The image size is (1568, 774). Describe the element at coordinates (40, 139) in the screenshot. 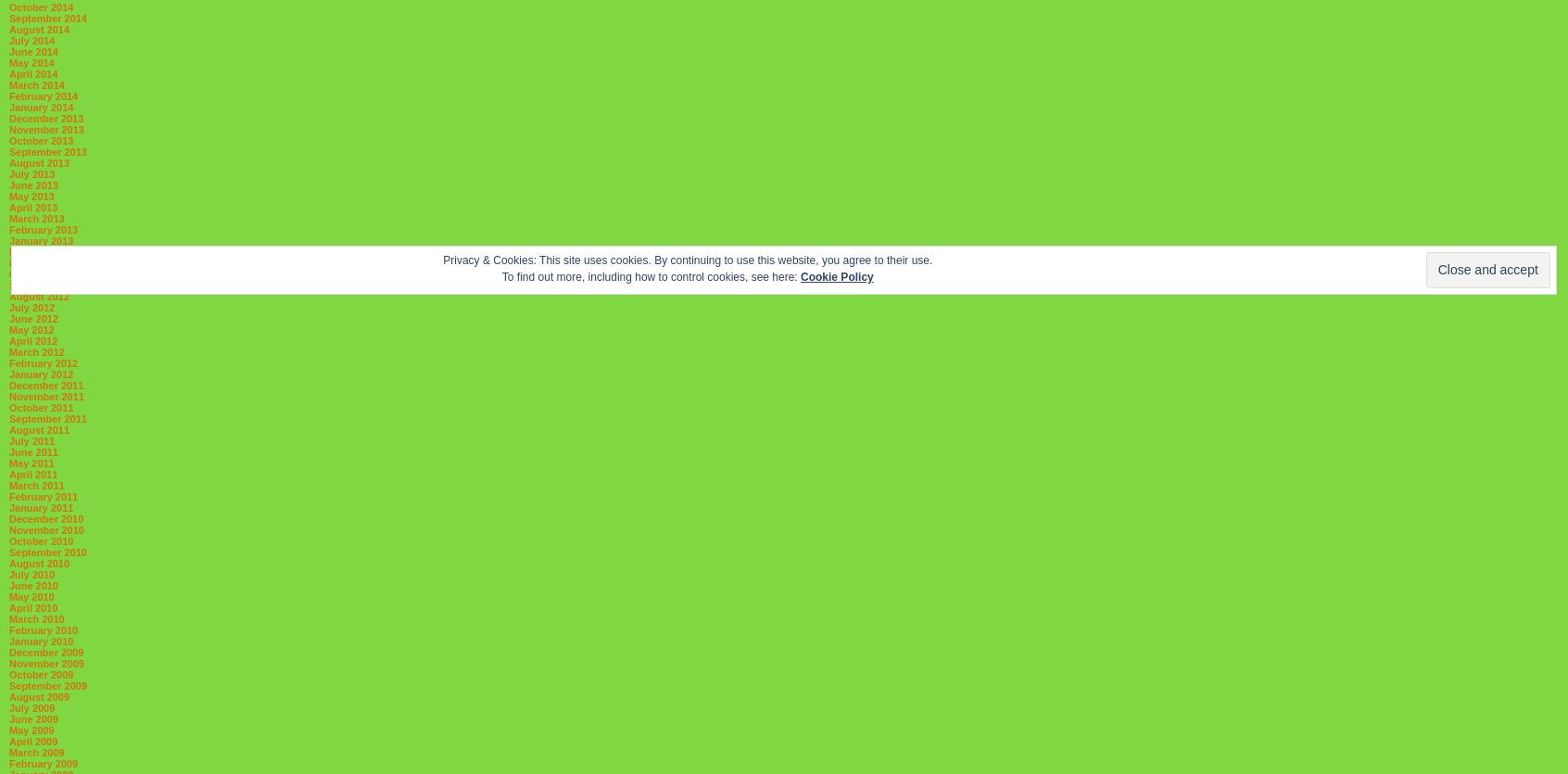

I see `'October 2013'` at that location.